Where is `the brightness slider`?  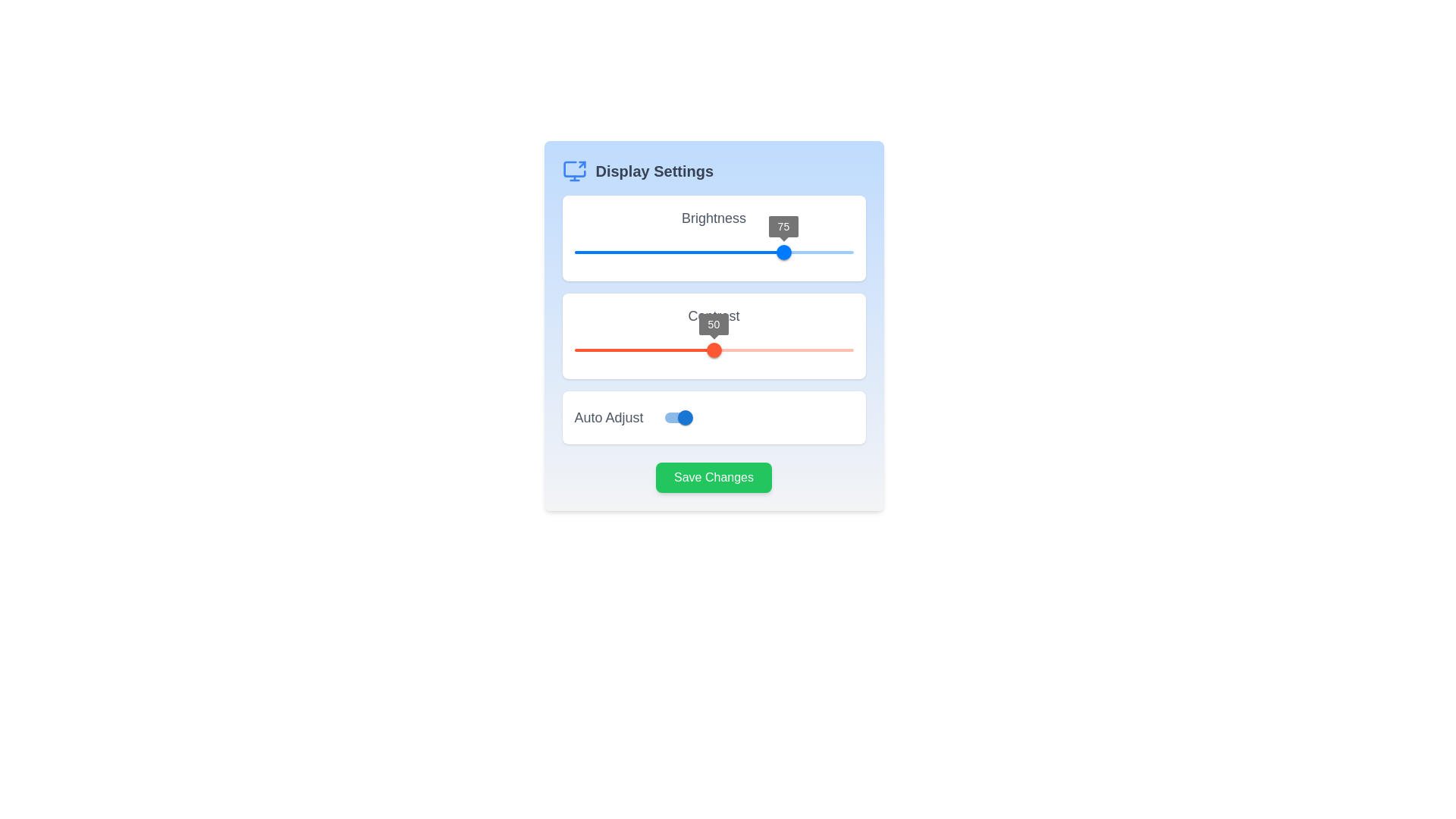
the brightness slider is located at coordinates (708, 251).